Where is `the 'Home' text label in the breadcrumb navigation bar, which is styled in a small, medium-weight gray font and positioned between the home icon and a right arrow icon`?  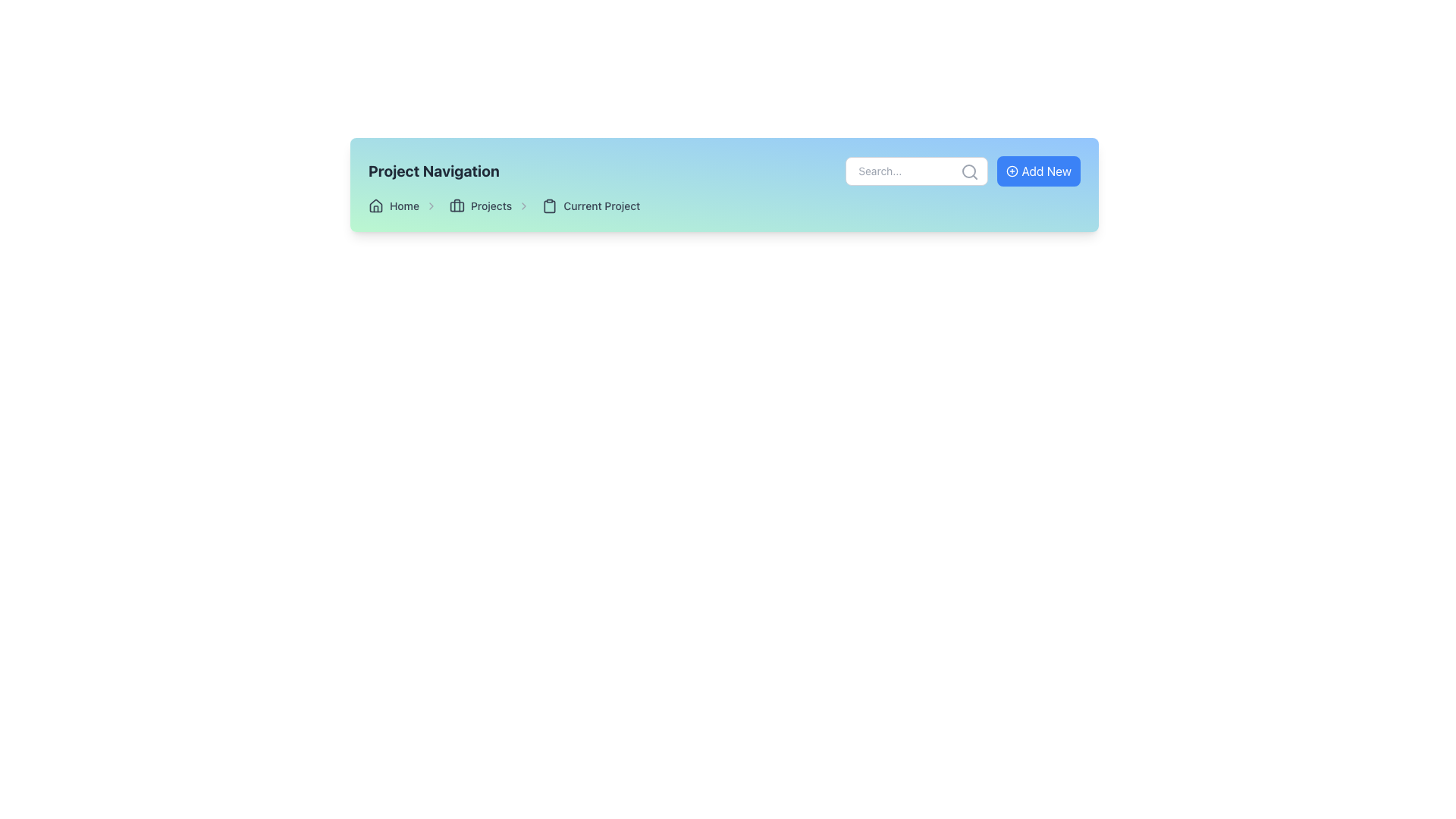 the 'Home' text label in the breadcrumb navigation bar, which is styled in a small, medium-weight gray font and positioned between the home icon and a right arrow icon is located at coordinates (404, 206).